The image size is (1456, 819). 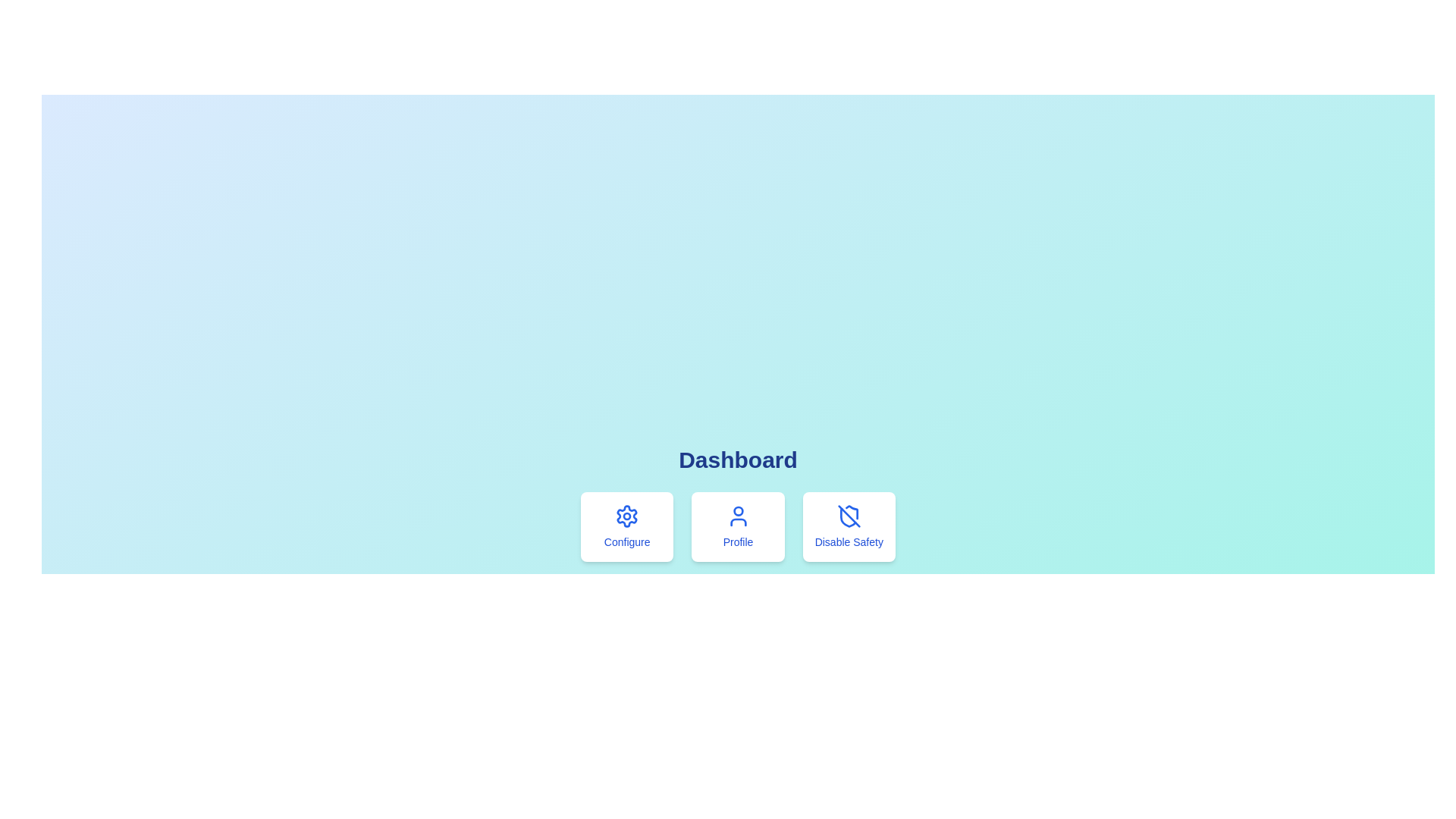 I want to click on the gear icon representing settings, so click(x=626, y=516).